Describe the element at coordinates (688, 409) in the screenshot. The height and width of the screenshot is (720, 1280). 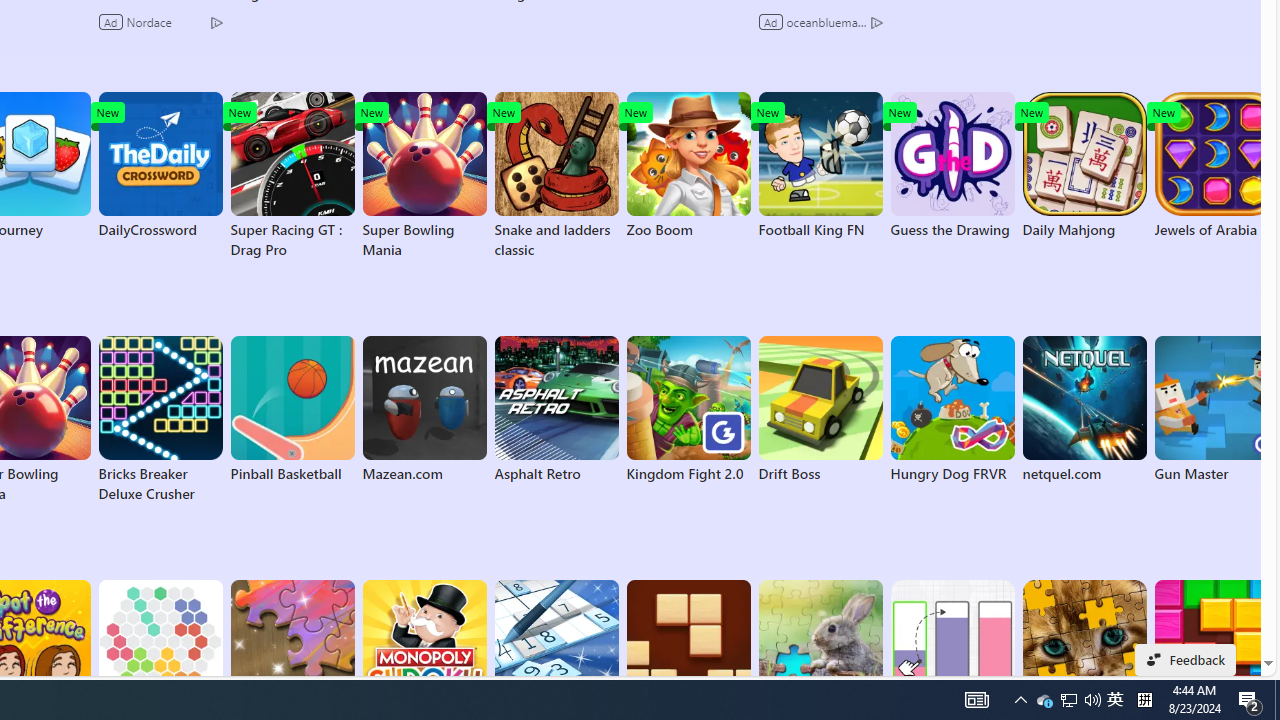
I see `'Kingdom Fight 2.0'` at that location.